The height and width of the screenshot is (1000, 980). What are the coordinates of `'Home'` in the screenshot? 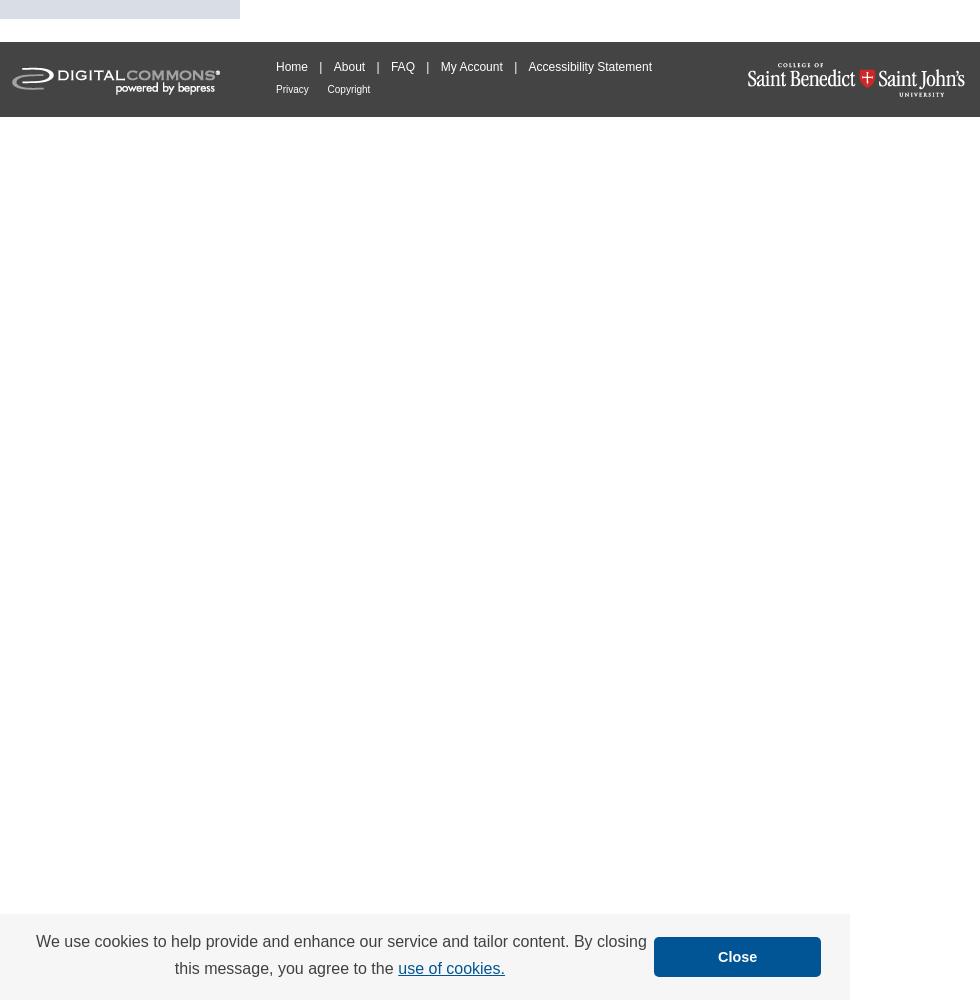 It's located at (275, 66).